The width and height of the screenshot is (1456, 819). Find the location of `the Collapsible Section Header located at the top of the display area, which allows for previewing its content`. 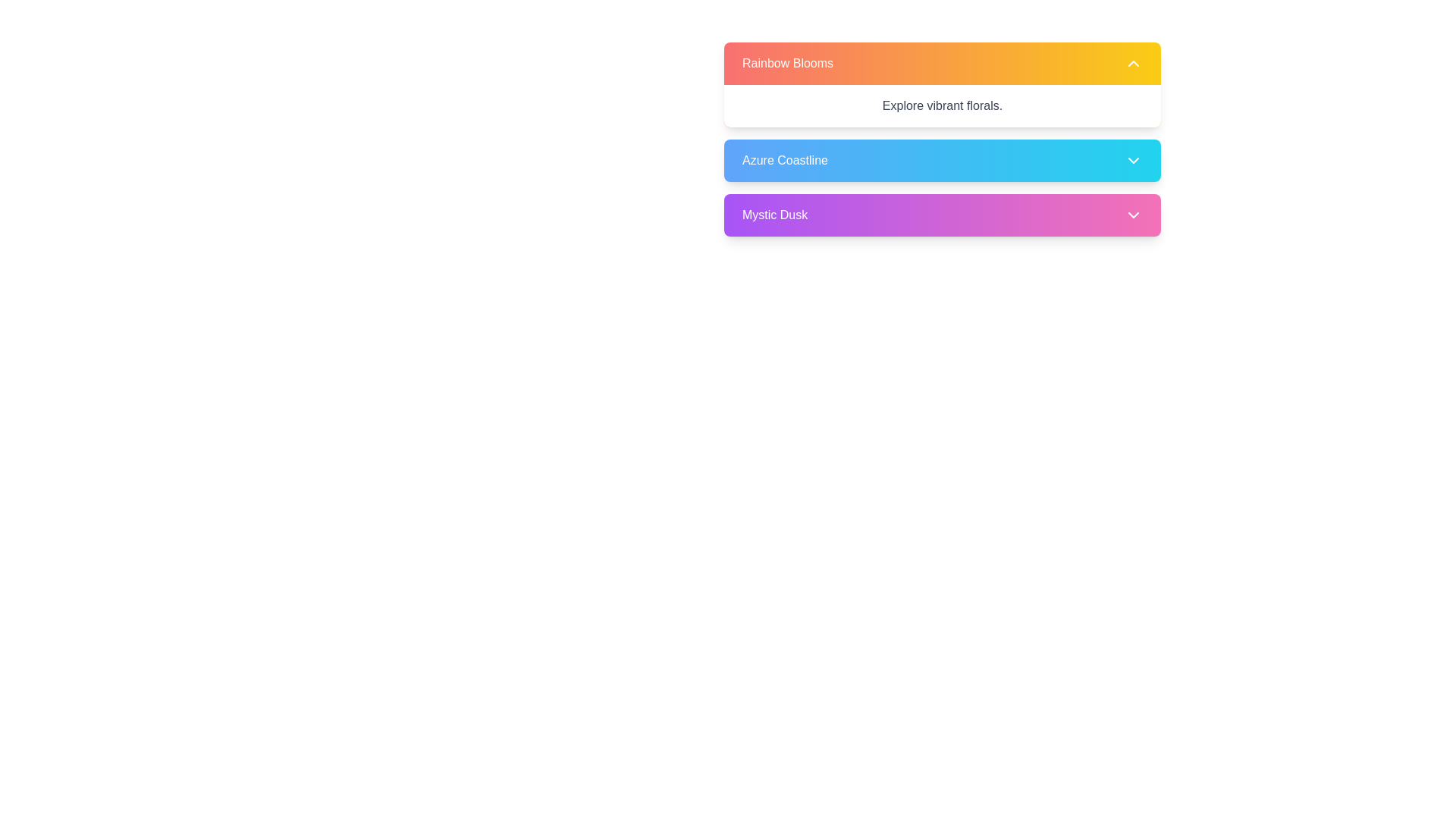

the Collapsible Section Header located at the top of the display area, which allows for previewing its content is located at coordinates (942, 84).